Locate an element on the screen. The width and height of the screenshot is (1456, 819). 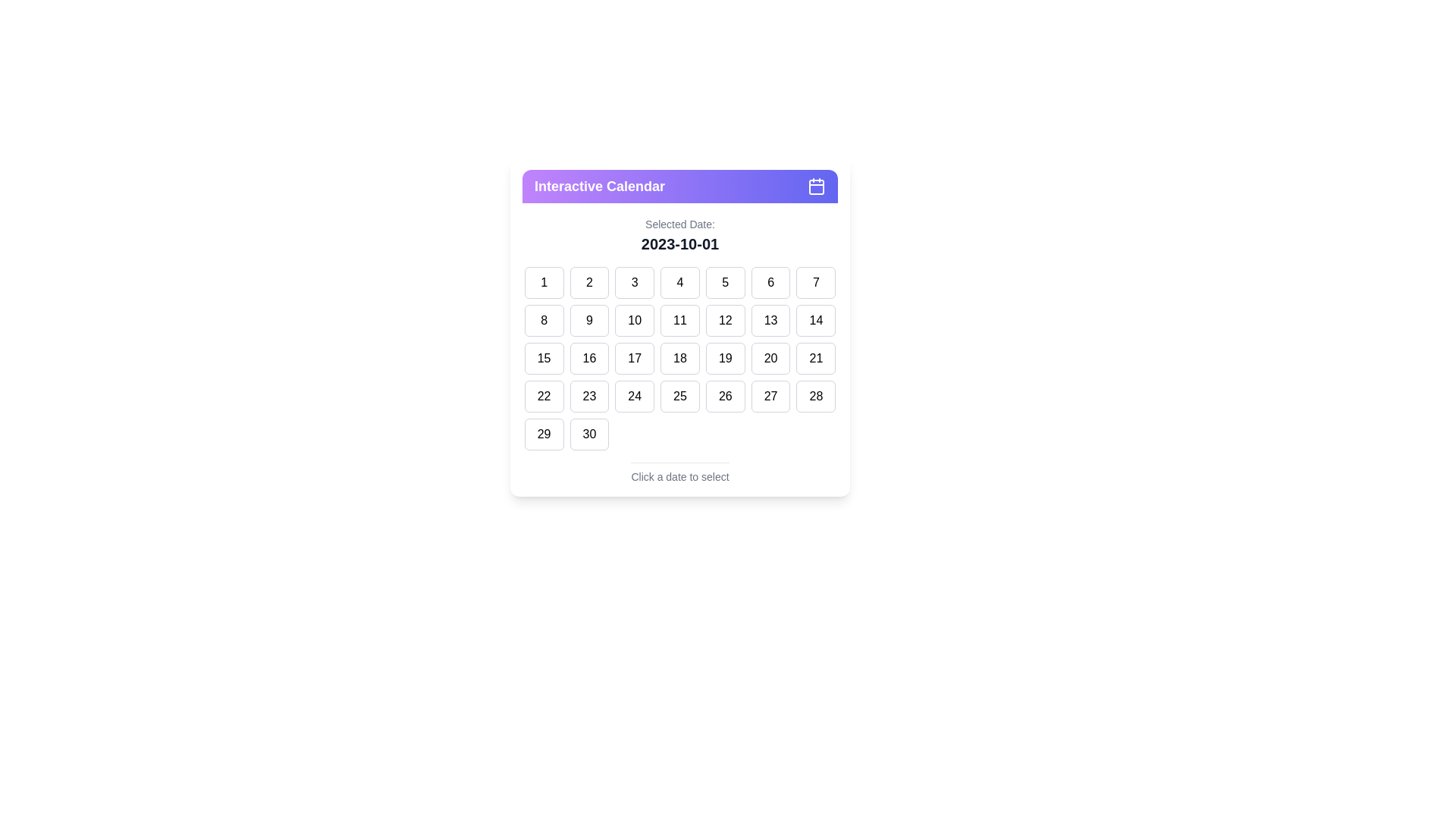
the button representing the 28th day of the month in the calendar is located at coordinates (815, 396).